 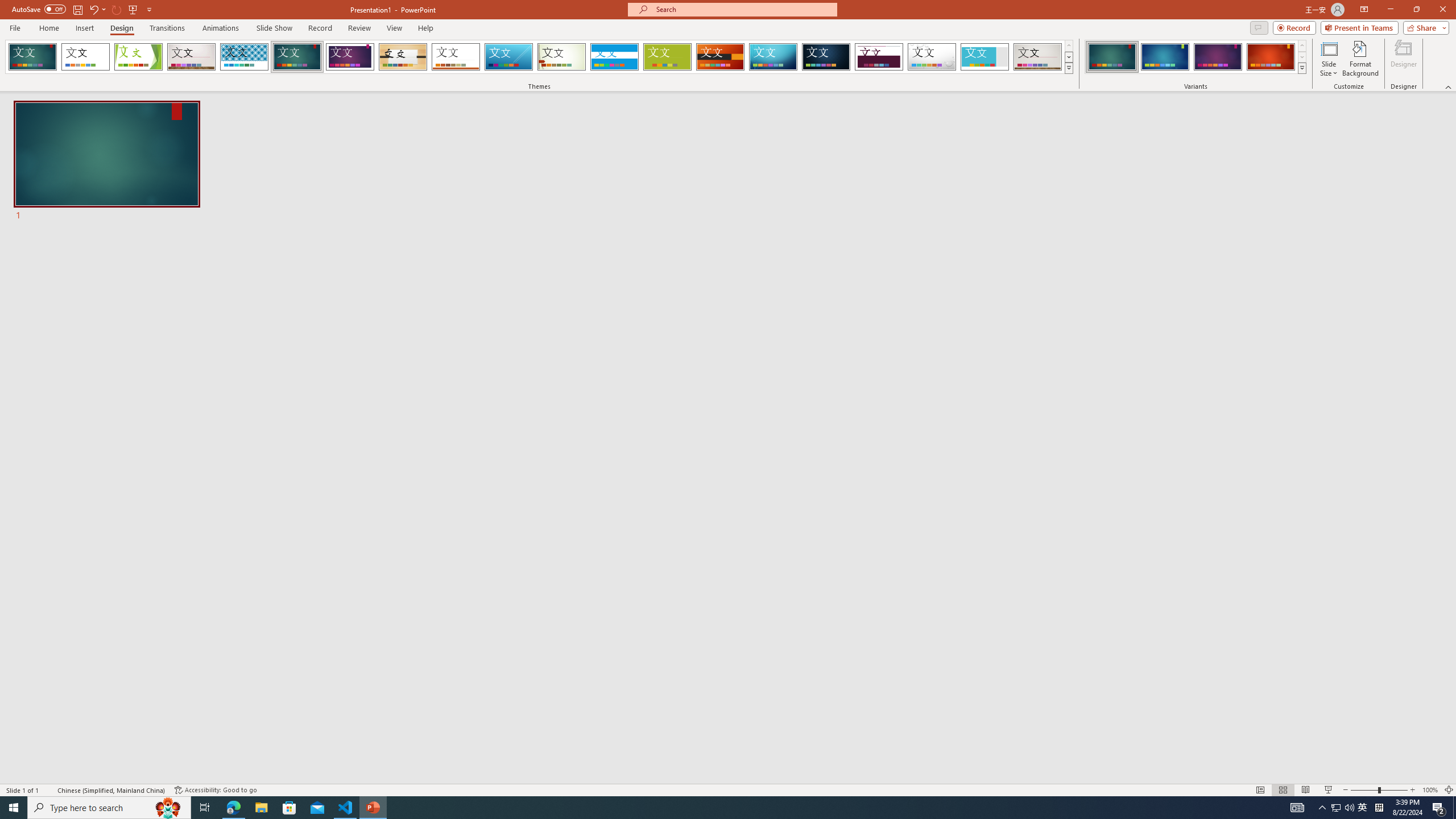 I want to click on 'Zoom 100%', so click(x=1430, y=790).